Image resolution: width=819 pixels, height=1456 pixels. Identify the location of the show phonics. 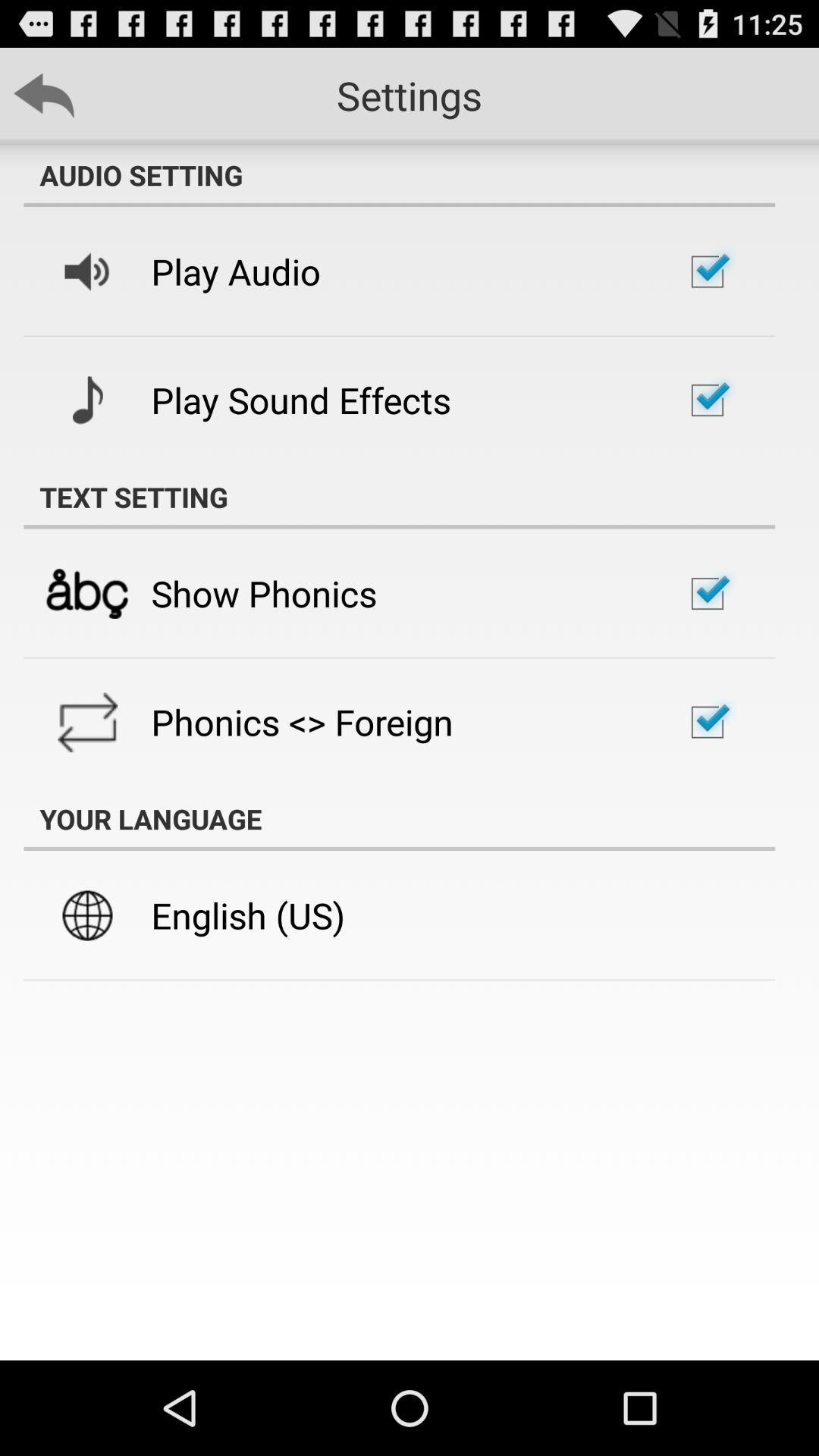
(263, 592).